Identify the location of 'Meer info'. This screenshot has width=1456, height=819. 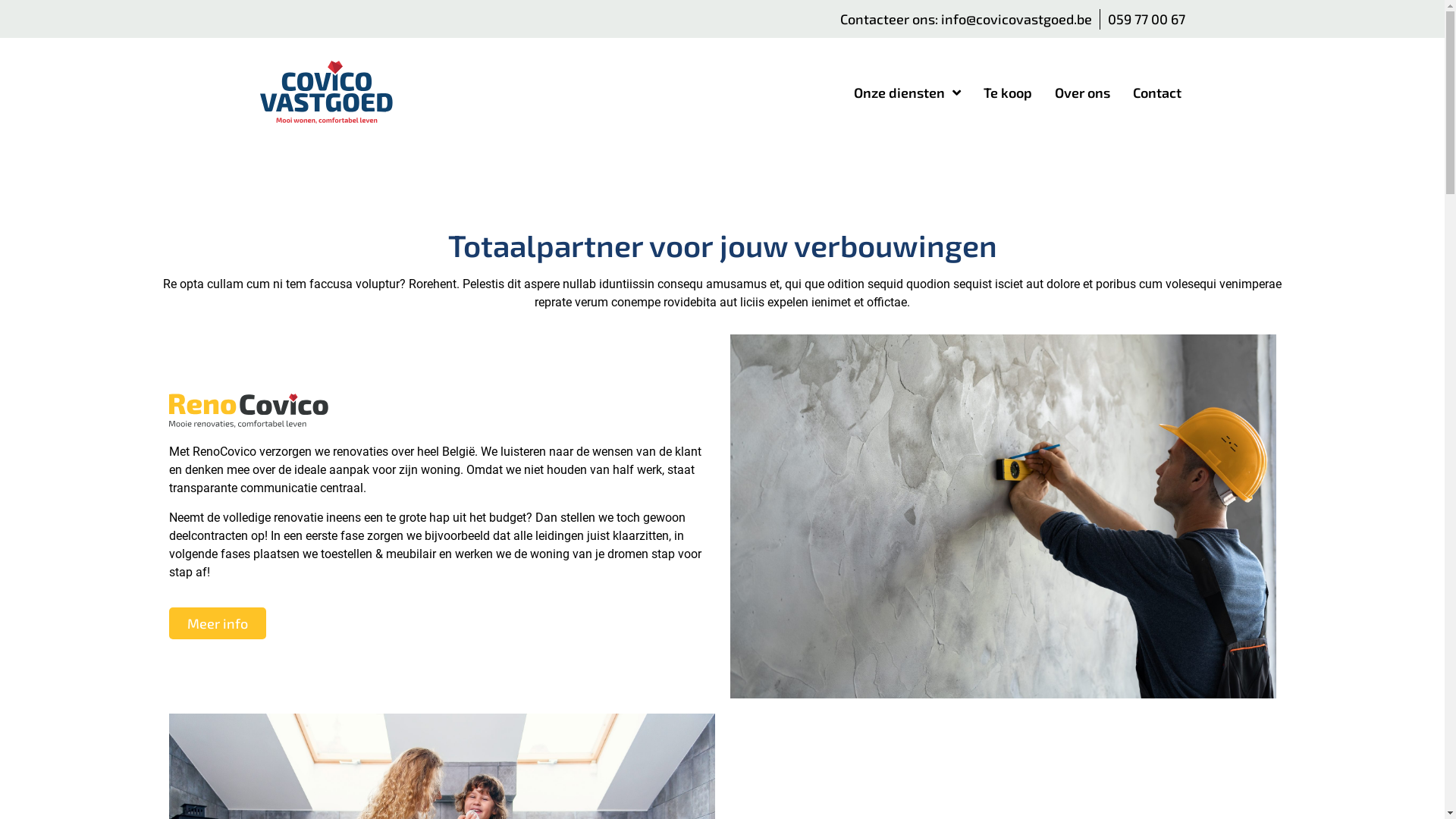
(216, 623).